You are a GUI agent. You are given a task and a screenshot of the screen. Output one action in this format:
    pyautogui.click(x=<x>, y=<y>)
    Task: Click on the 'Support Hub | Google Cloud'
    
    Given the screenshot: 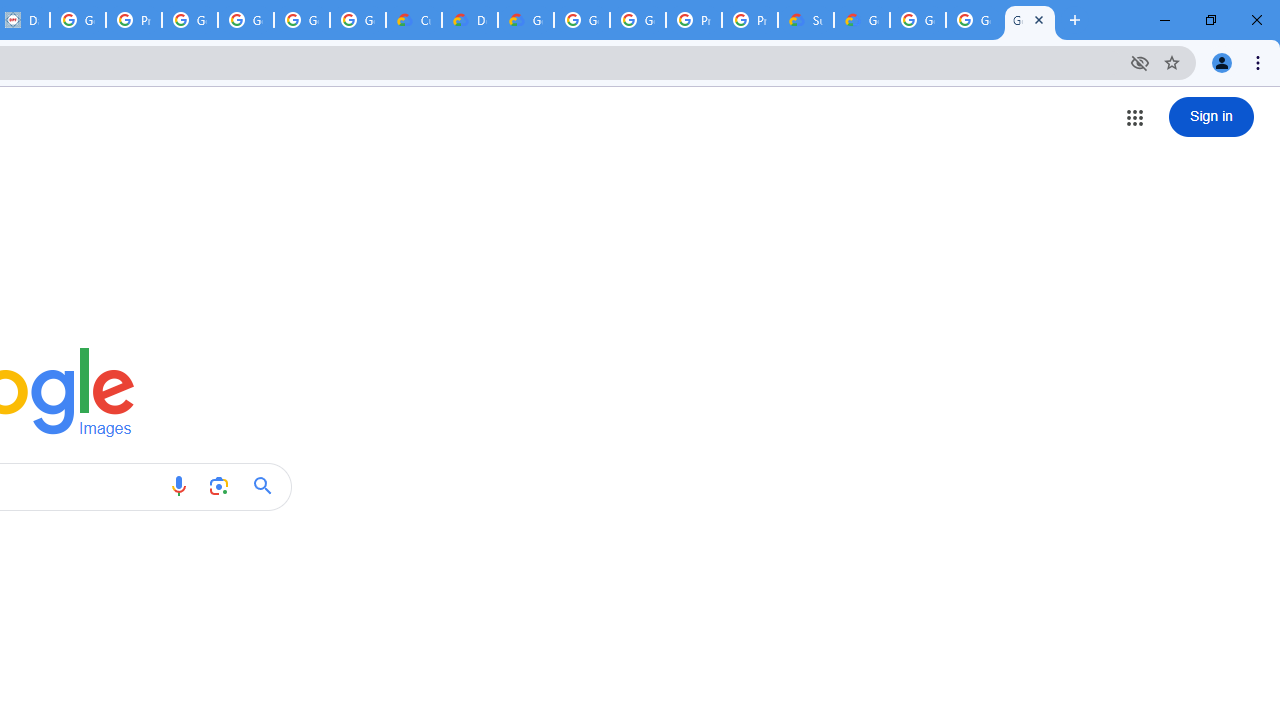 What is the action you would take?
    pyautogui.click(x=806, y=20)
    